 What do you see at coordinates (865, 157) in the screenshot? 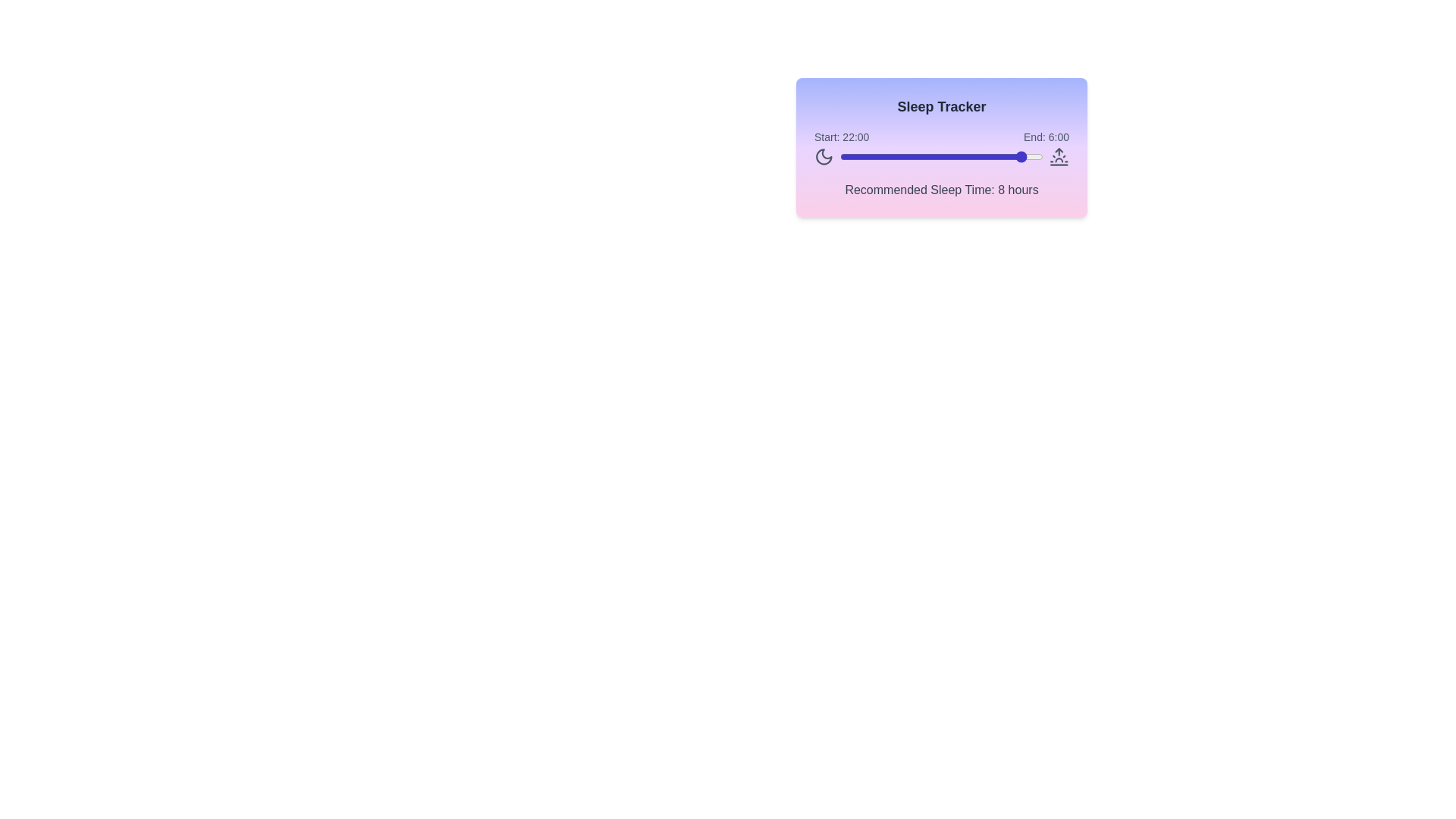
I see `the sleep time slider to set the start time to 3` at bounding box center [865, 157].